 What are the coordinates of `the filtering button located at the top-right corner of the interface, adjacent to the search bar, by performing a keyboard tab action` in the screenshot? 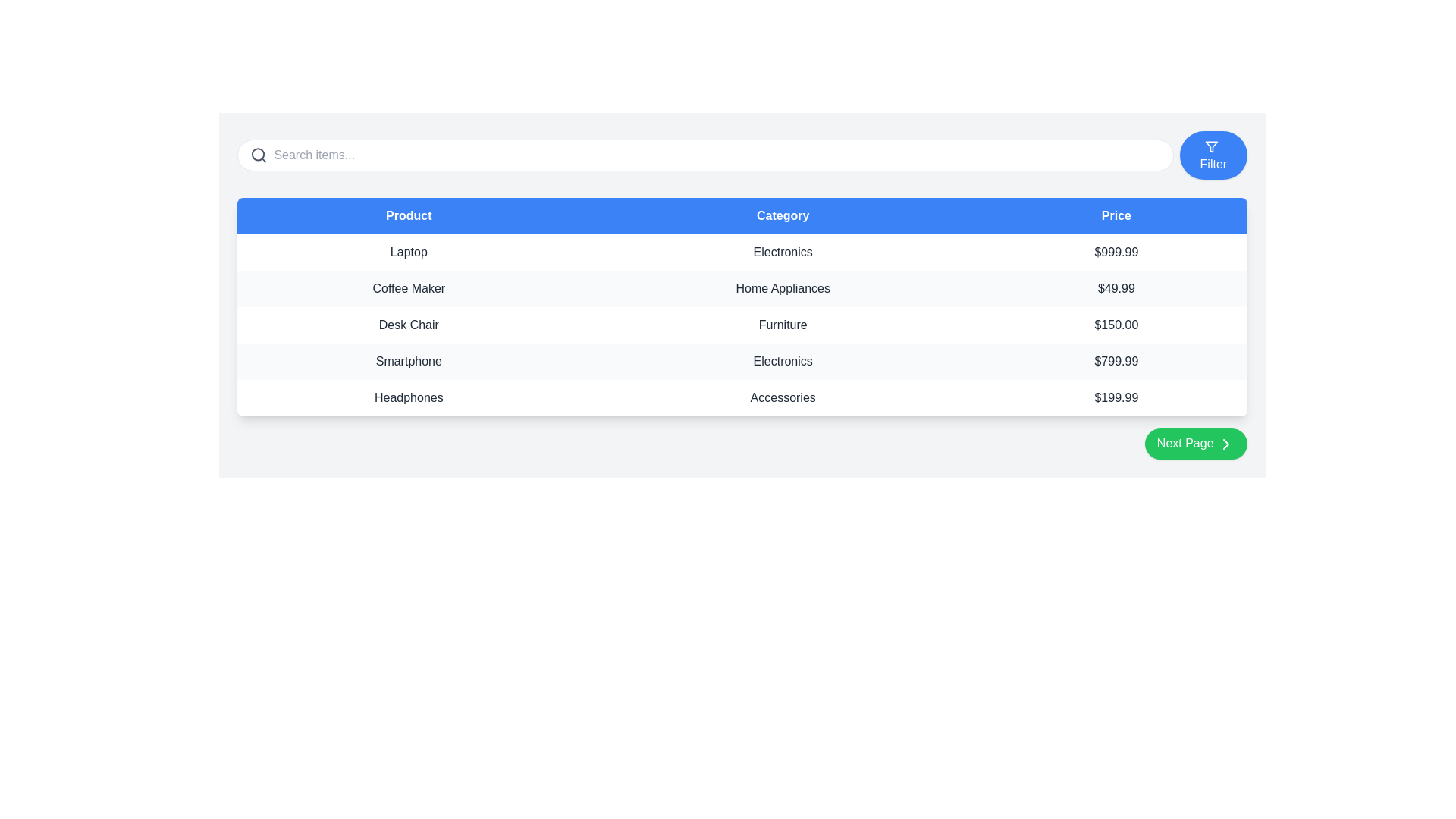 It's located at (1213, 155).